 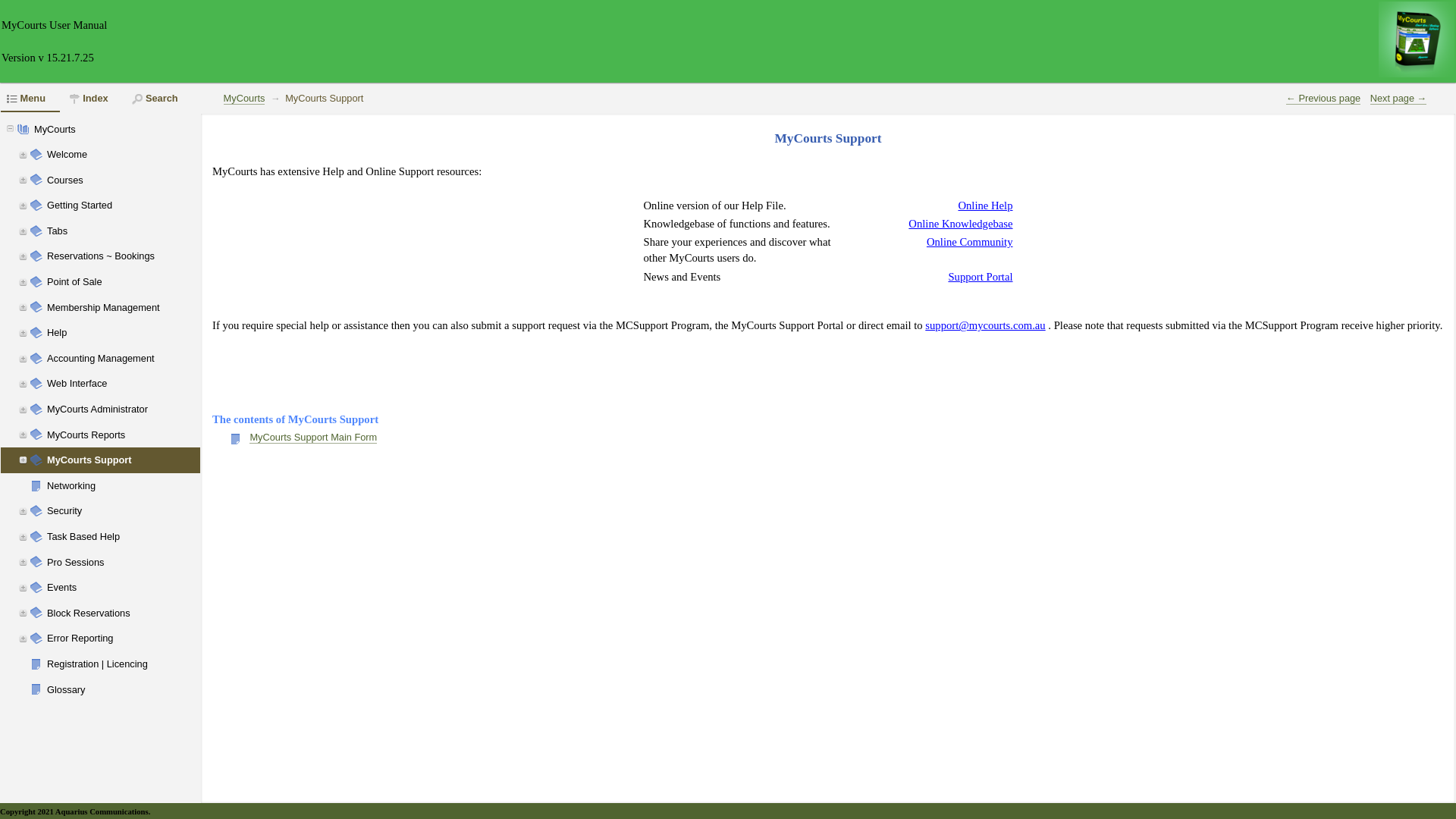 What do you see at coordinates (143, 536) in the screenshot?
I see `'Task Based Help'` at bounding box center [143, 536].